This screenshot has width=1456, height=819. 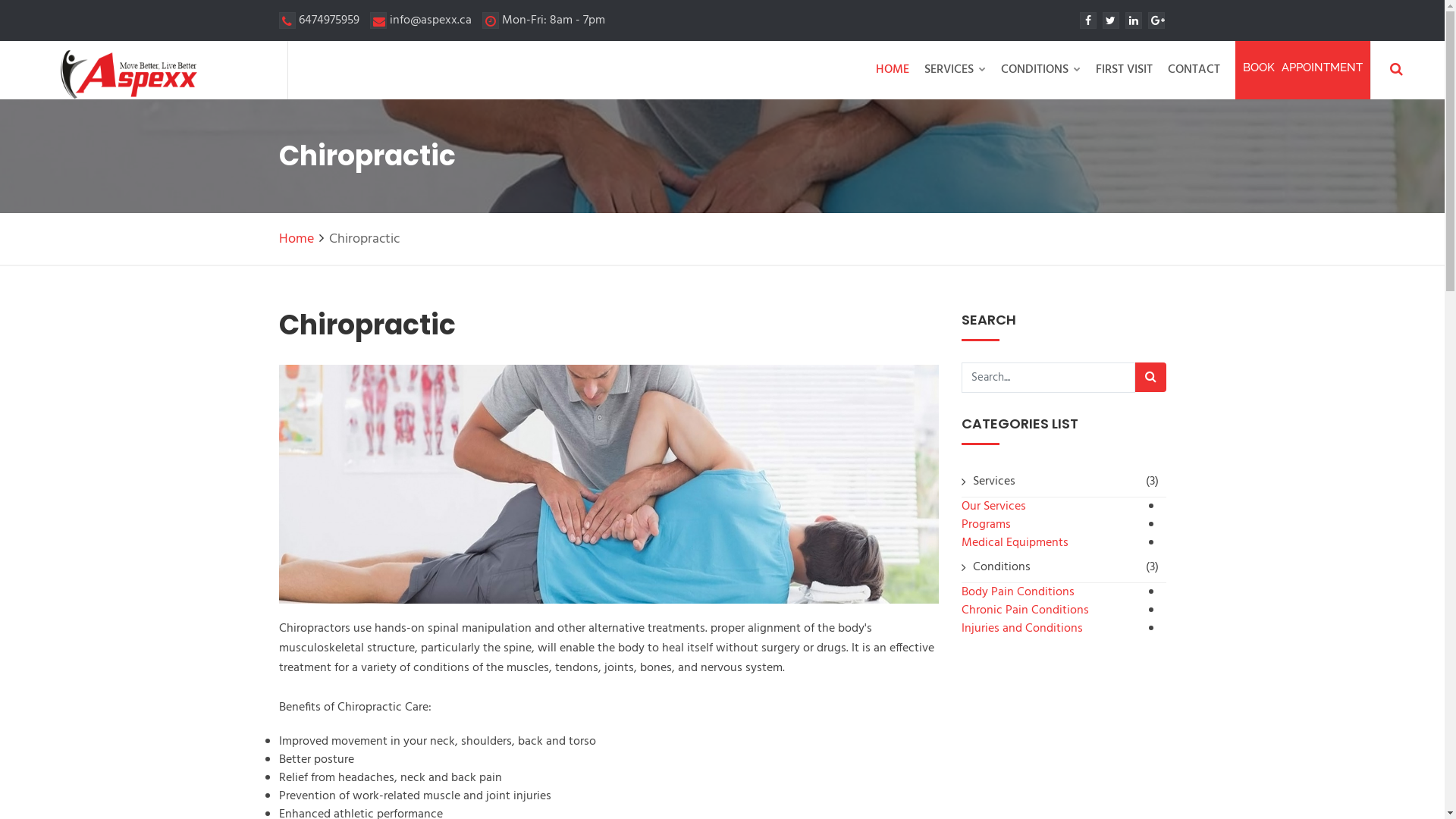 What do you see at coordinates (916, 70) in the screenshot?
I see `'SERVICES'` at bounding box center [916, 70].